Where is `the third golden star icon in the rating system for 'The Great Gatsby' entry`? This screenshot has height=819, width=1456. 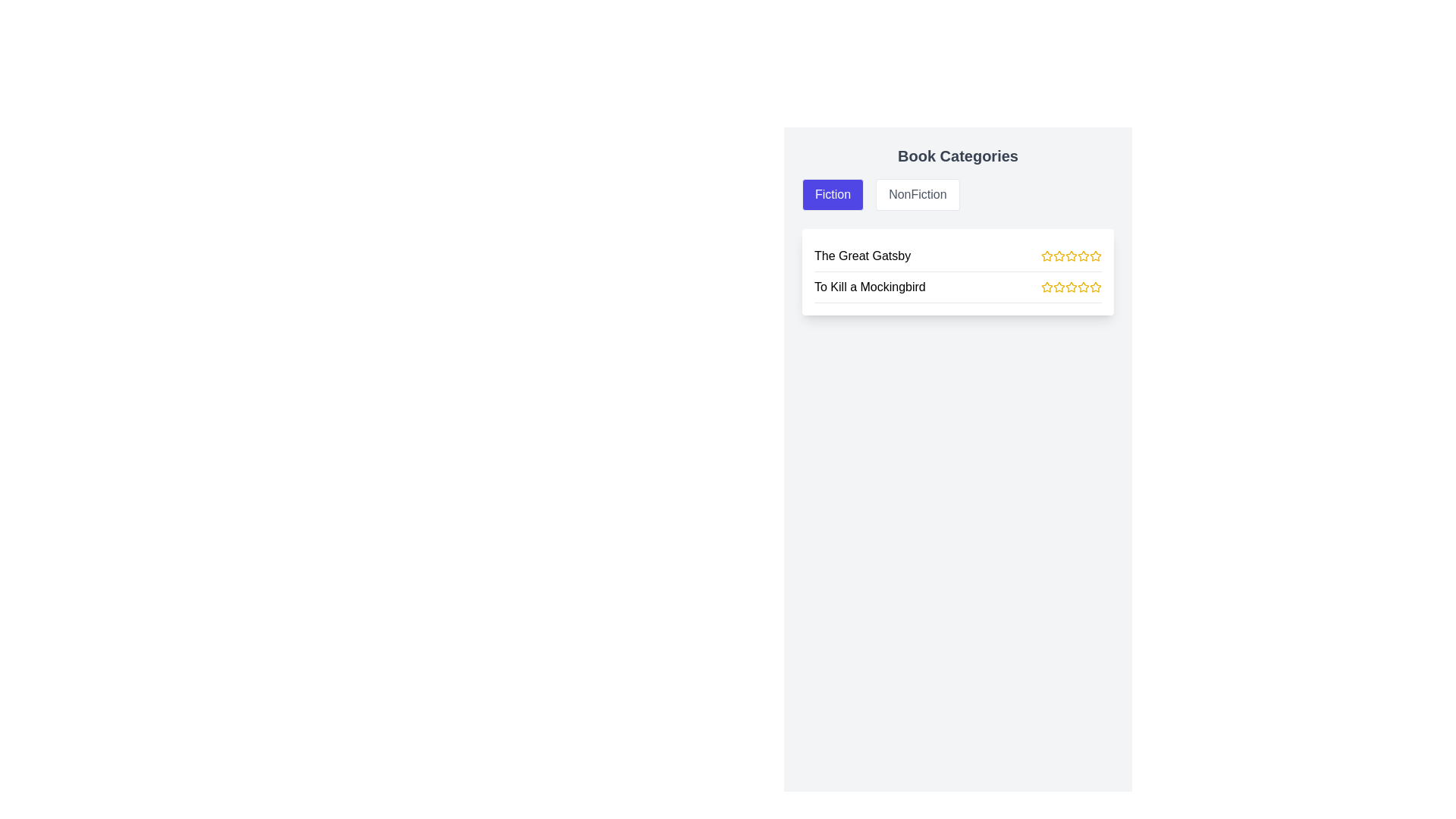
the third golden star icon in the rating system for 'The Great Gatsby' entry is located at coordinates (1058, 256).